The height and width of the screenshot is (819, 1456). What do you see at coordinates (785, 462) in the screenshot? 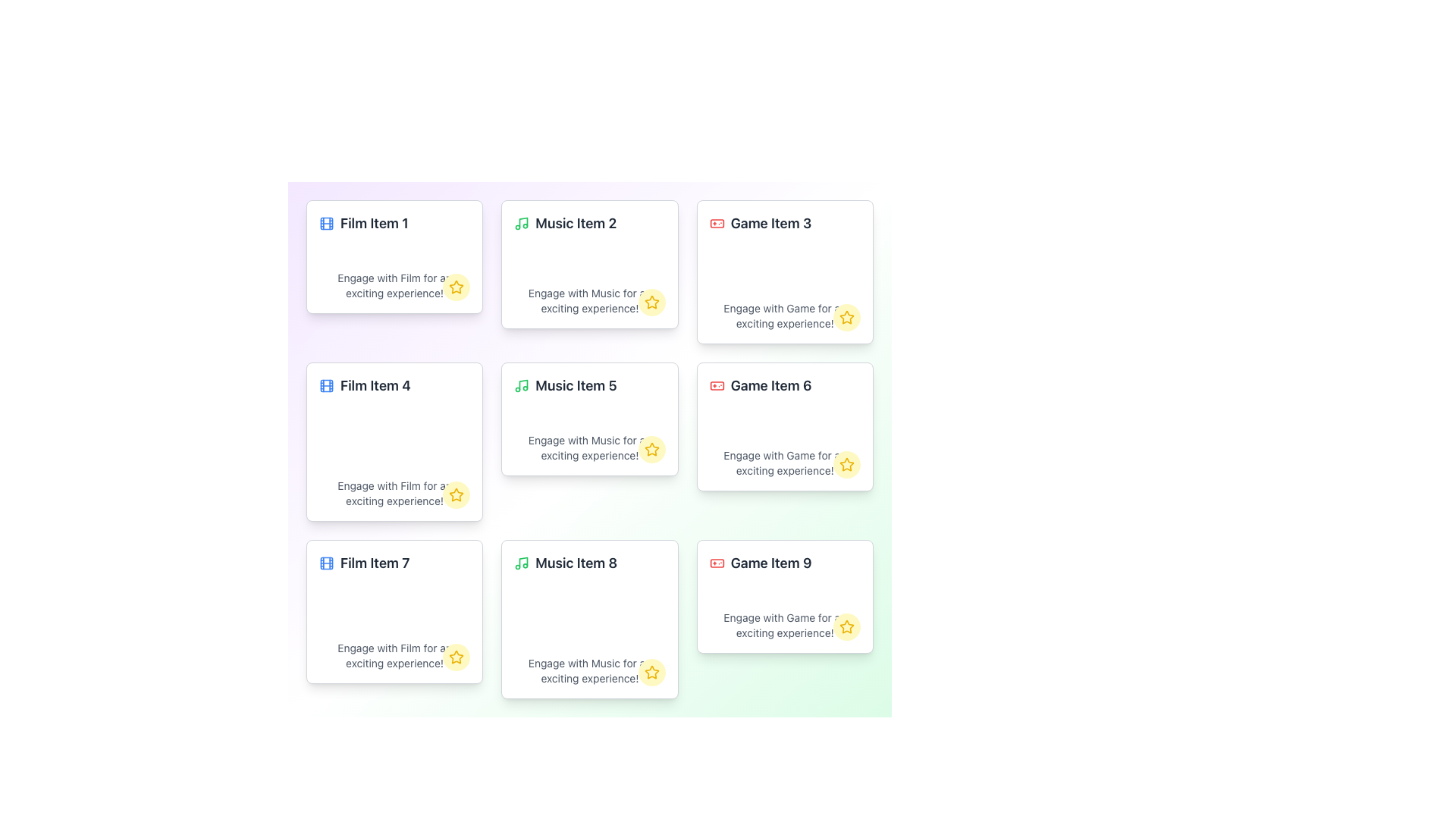
I see `text label located at the bottom of the card for 'Game Item 6', which is centered horizontally and positioned above the star icon` at bounding box center [785, 462].